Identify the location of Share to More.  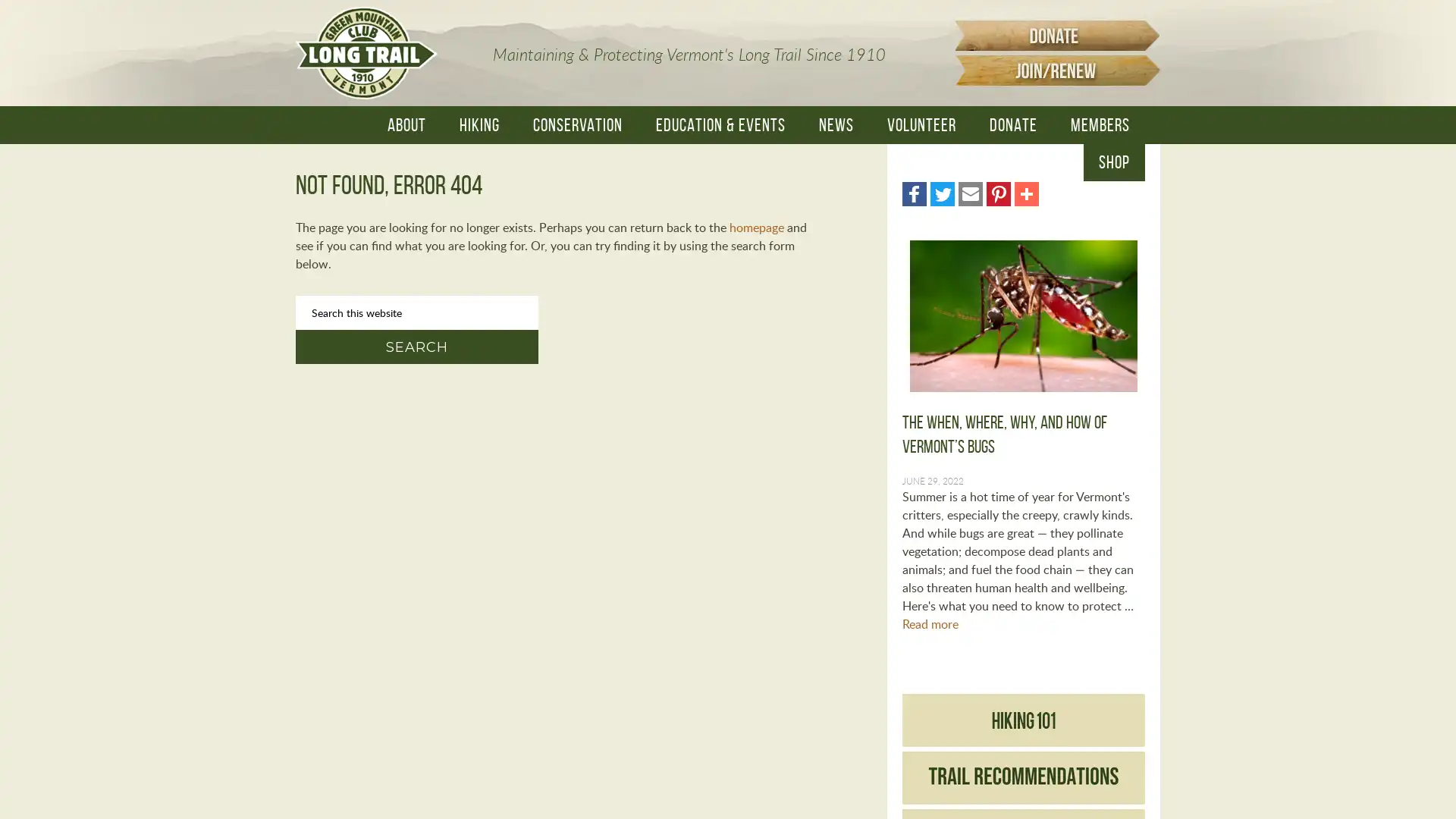
(1026, 193).